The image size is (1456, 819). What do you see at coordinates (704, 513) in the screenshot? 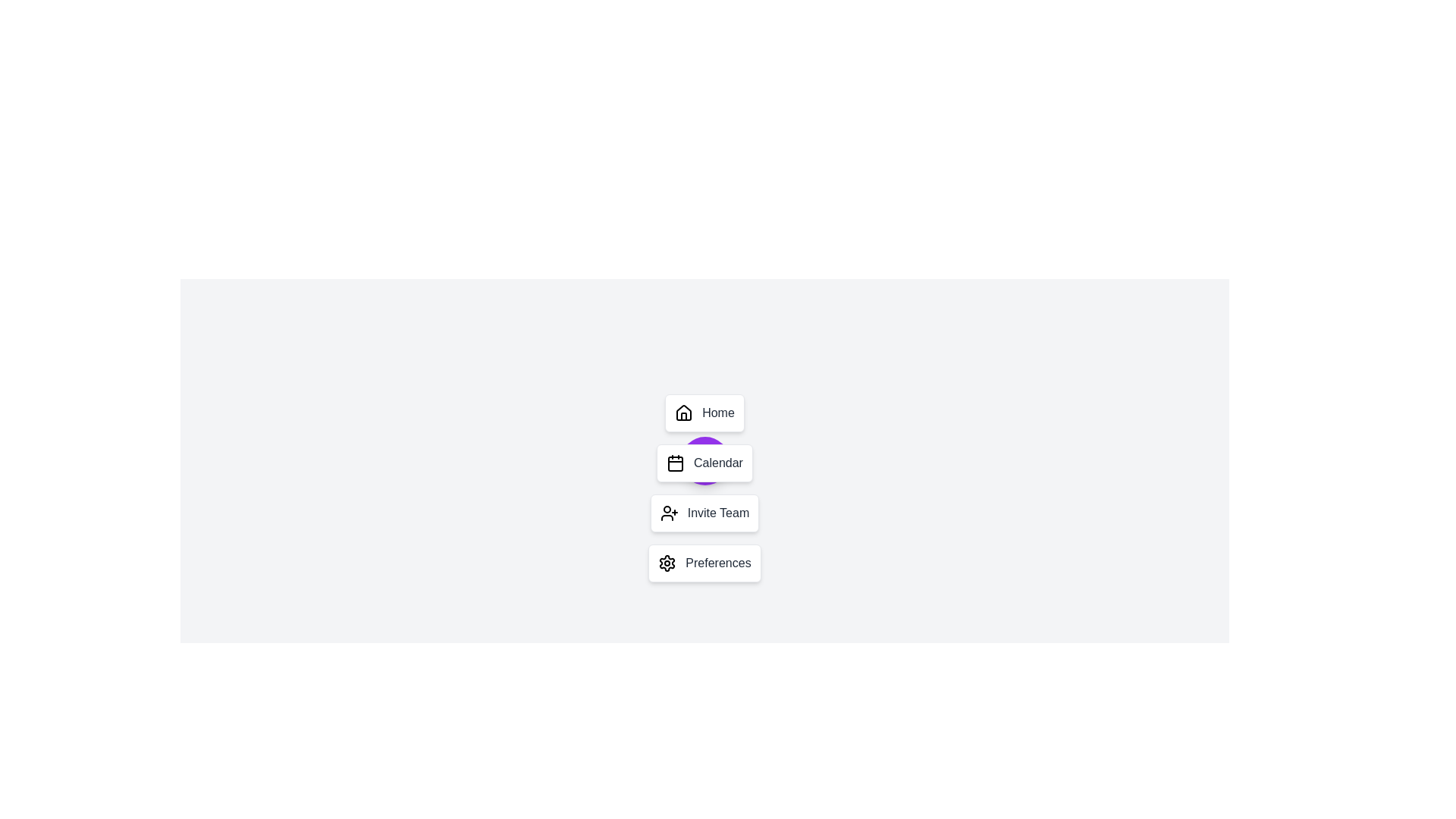
I see `the 'Invite Members' button, which is the third button in a vertical stack located below the 'Calendar' button and above the 'Preferences' button` at bounding box center [704, 513].